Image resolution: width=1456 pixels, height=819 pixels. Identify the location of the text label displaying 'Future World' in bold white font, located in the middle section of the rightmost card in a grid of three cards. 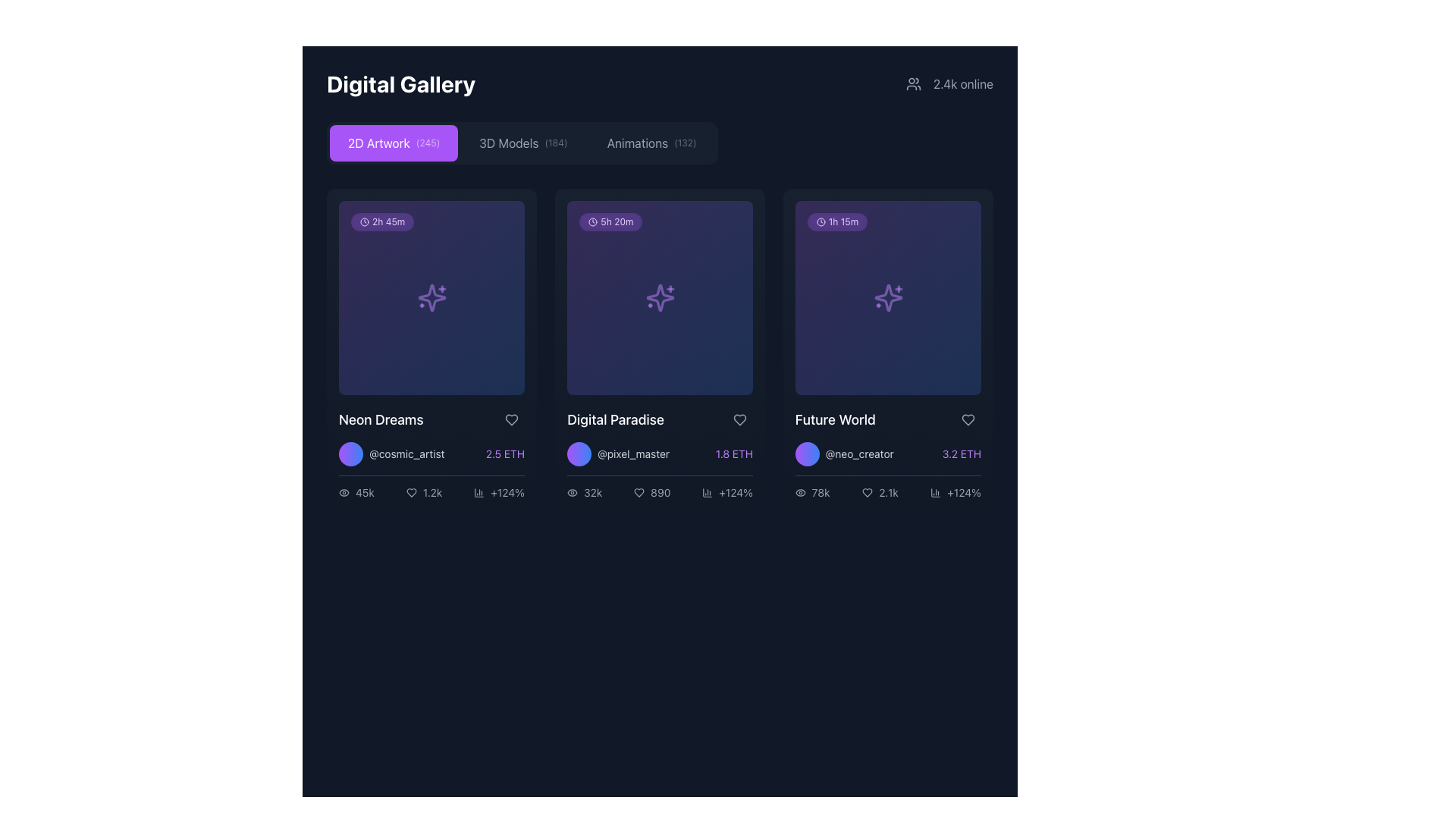
(835, 420).